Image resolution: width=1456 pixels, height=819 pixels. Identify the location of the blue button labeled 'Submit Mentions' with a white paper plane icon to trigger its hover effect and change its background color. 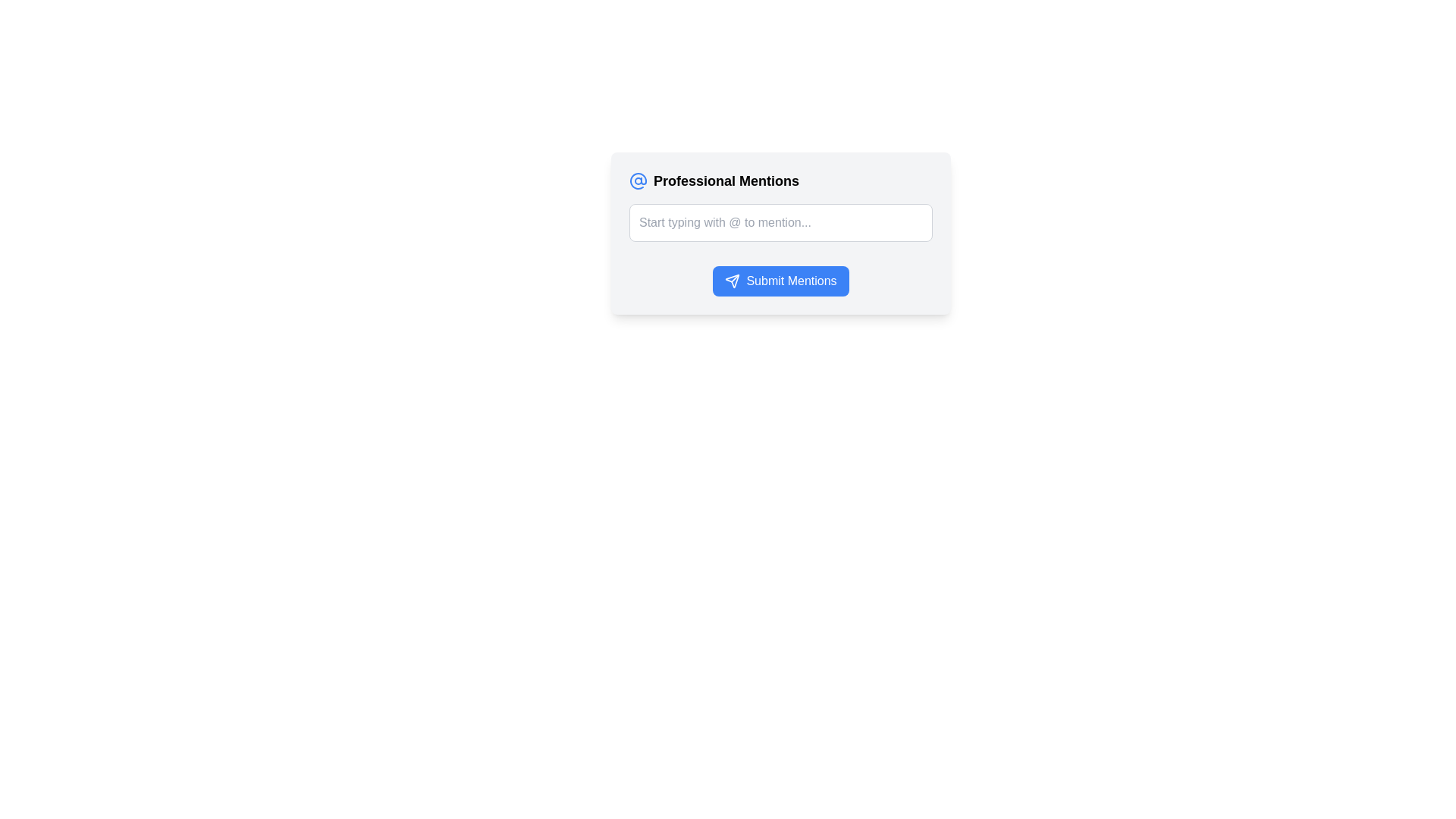
(781, 281).